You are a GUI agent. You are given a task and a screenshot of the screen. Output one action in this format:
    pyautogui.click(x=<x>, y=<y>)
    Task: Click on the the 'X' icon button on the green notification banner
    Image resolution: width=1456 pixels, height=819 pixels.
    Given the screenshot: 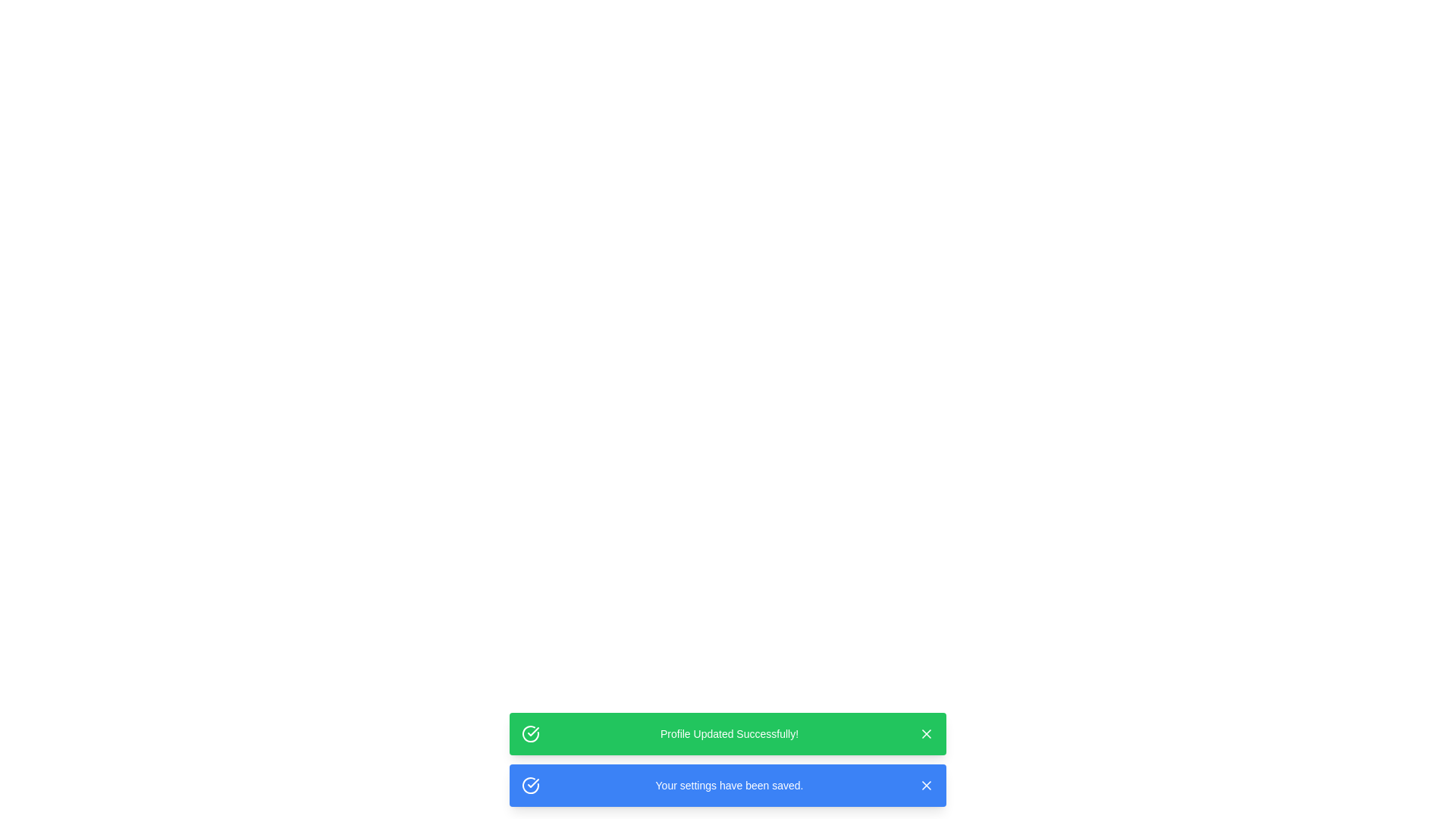 What is the action you would take?
    pyautogui.click(x=926, y=733)
    